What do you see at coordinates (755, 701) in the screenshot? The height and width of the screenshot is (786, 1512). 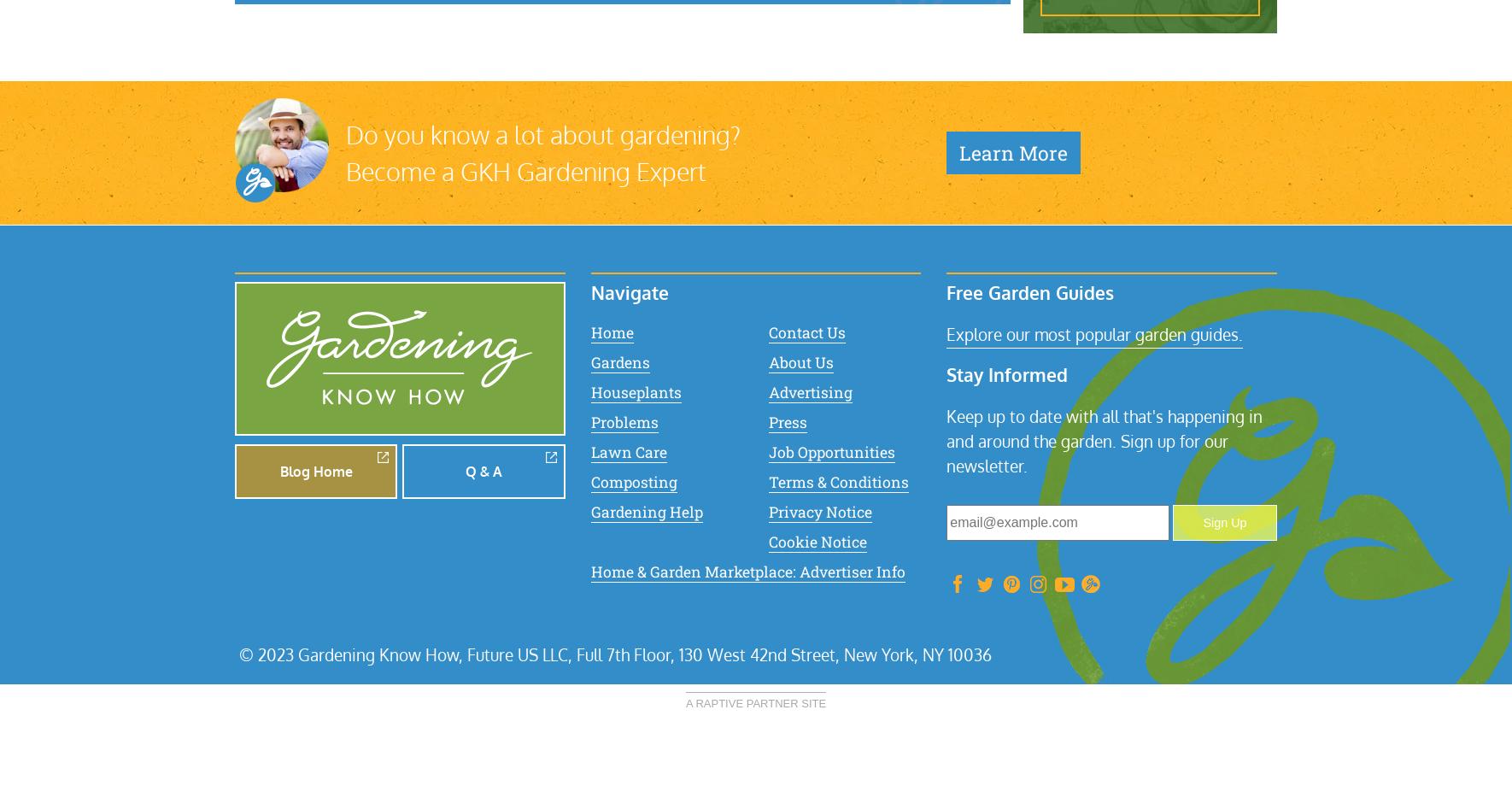 I see `'A Raptive Partner Site'` at bounding box center [755, 701].